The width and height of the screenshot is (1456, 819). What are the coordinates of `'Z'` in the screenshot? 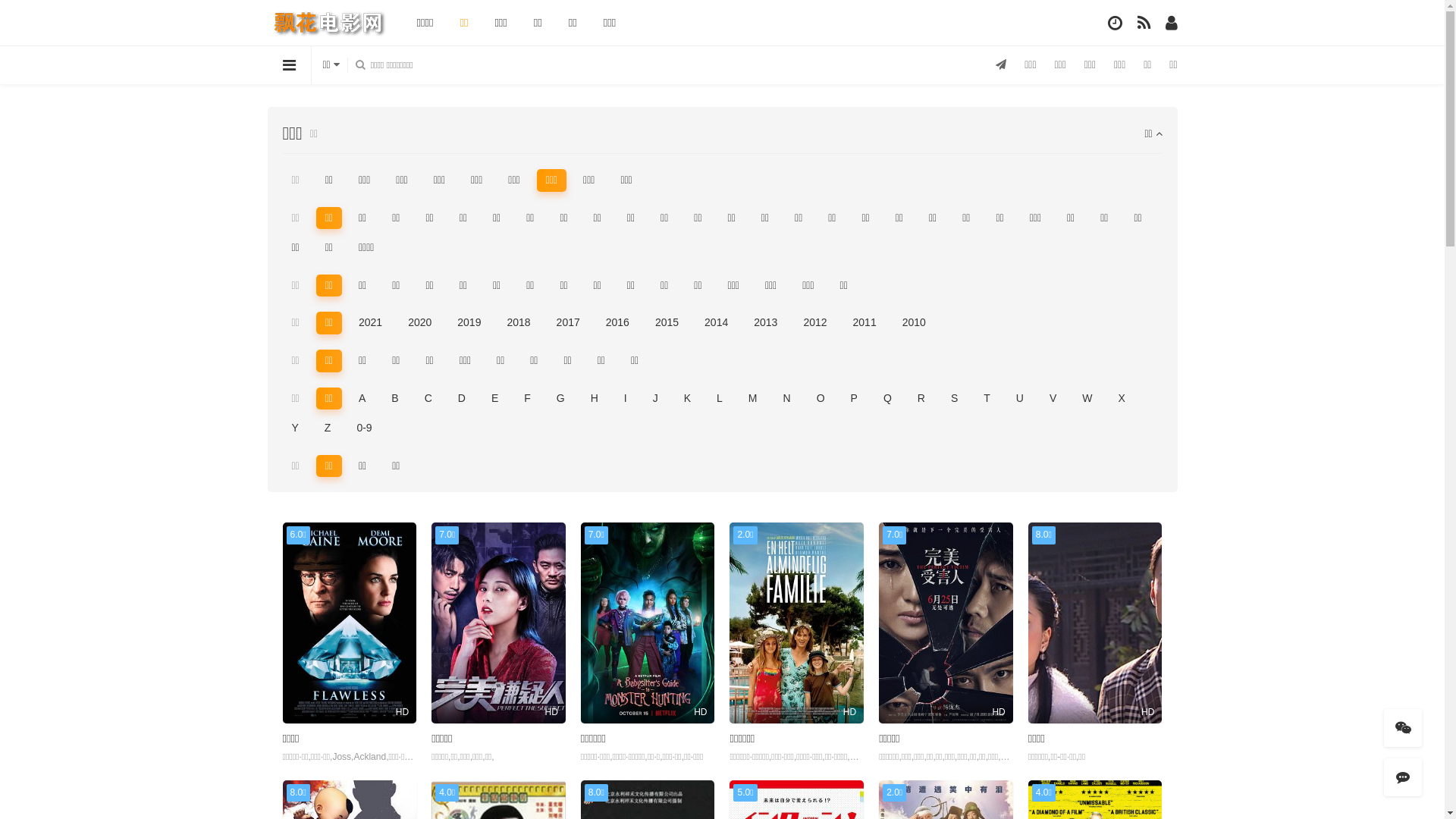 It's located at (327, 428).